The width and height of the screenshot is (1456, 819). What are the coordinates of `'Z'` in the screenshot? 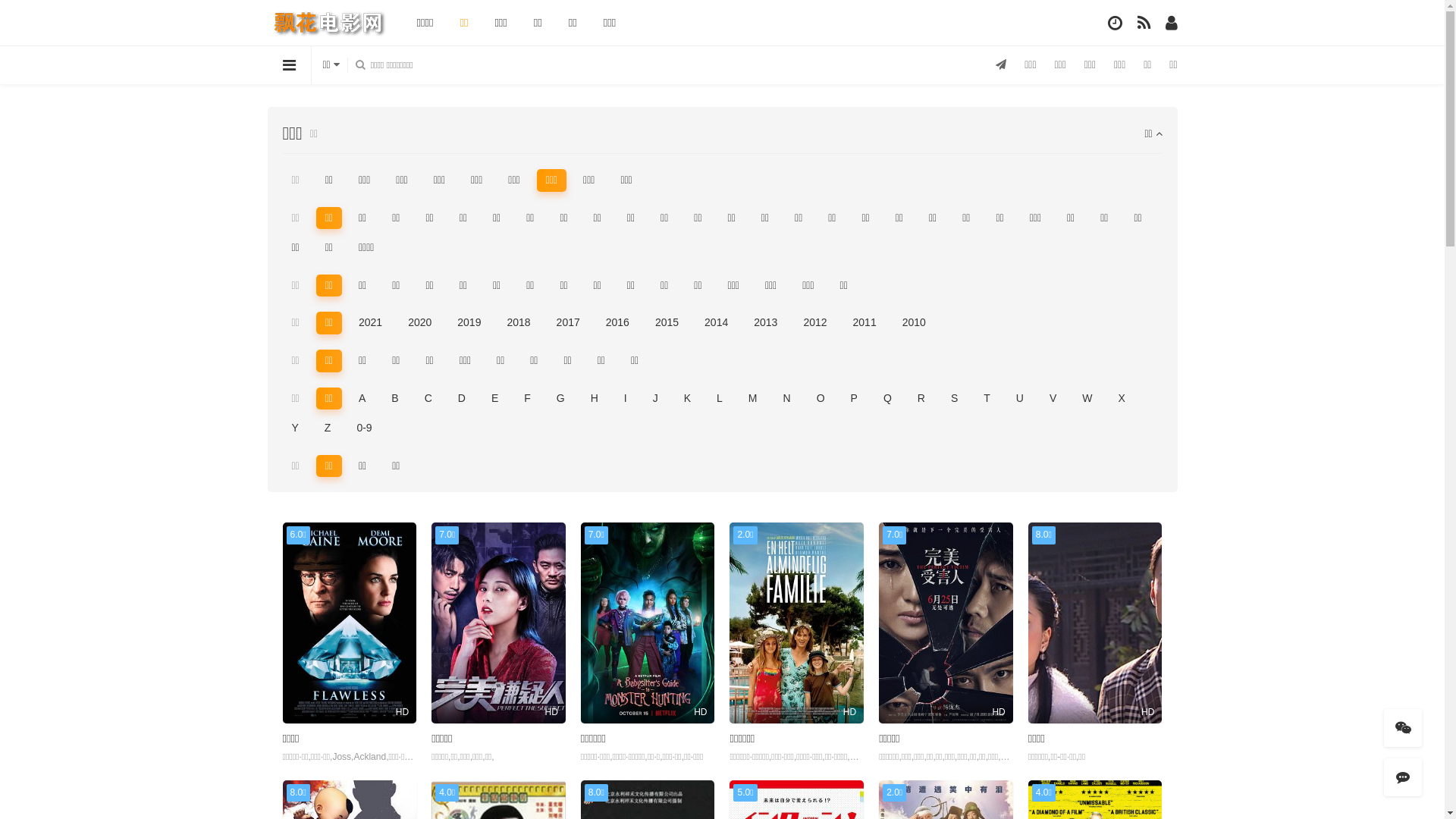 It's located at (327, 428).